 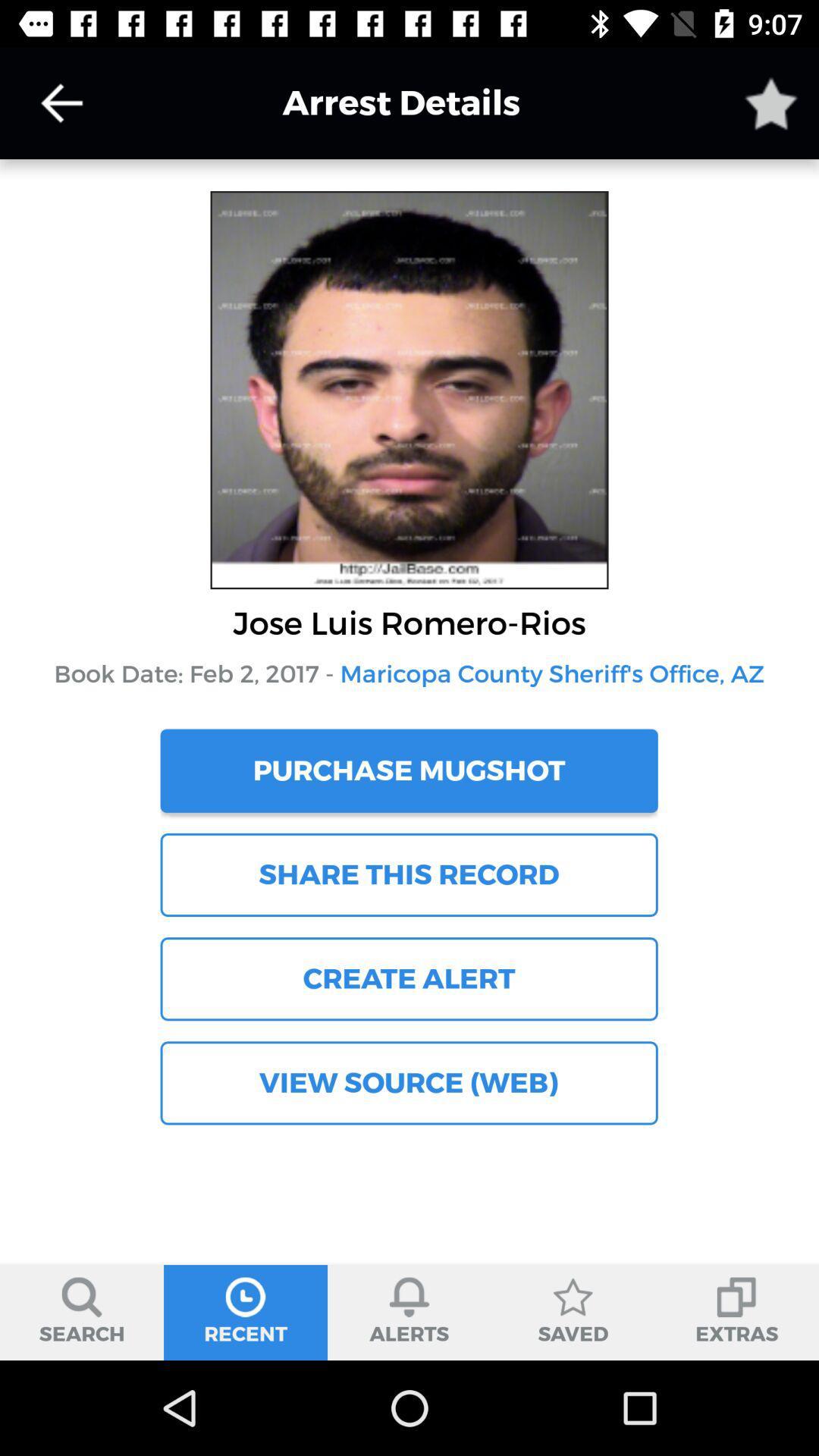 What do you see at coordinates (408, 979) in the screenshot?
I see `the item below the share this record item` at bounding box center [408, 979].